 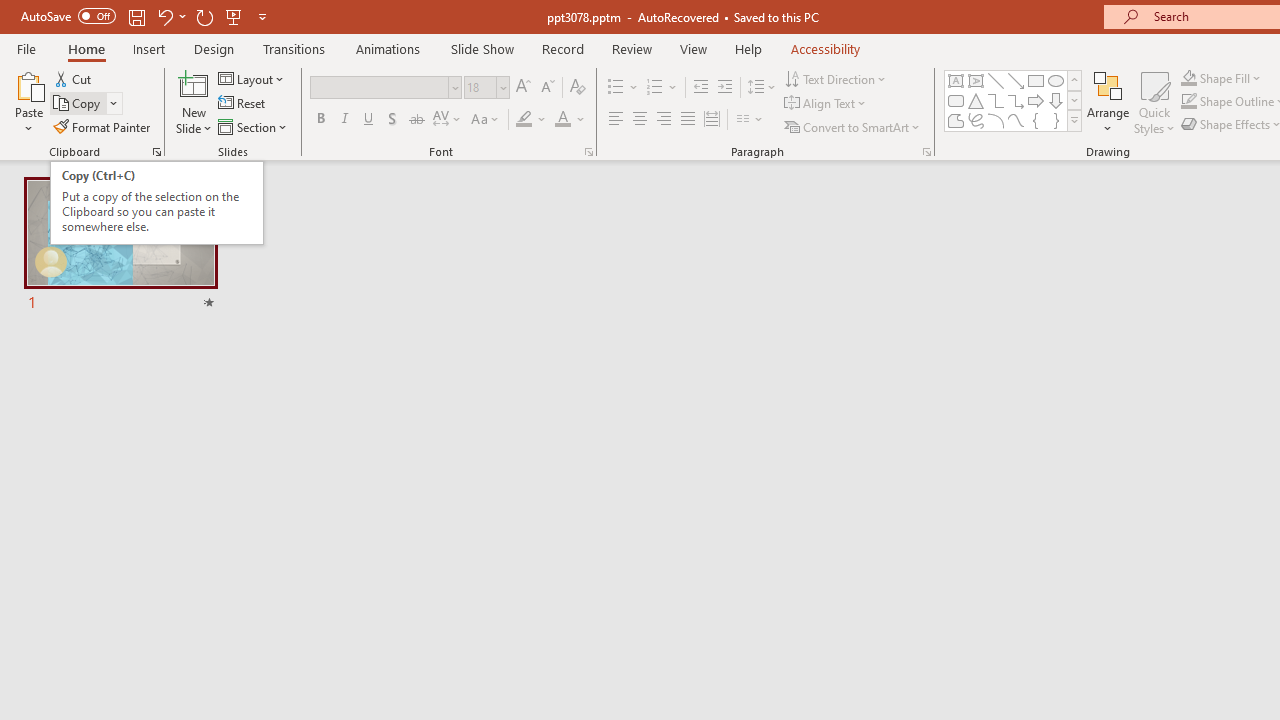 What do you see at coordinates (654, 86) in the screenshot?
I see `'Numbering'` at bounding box center [654, 86].